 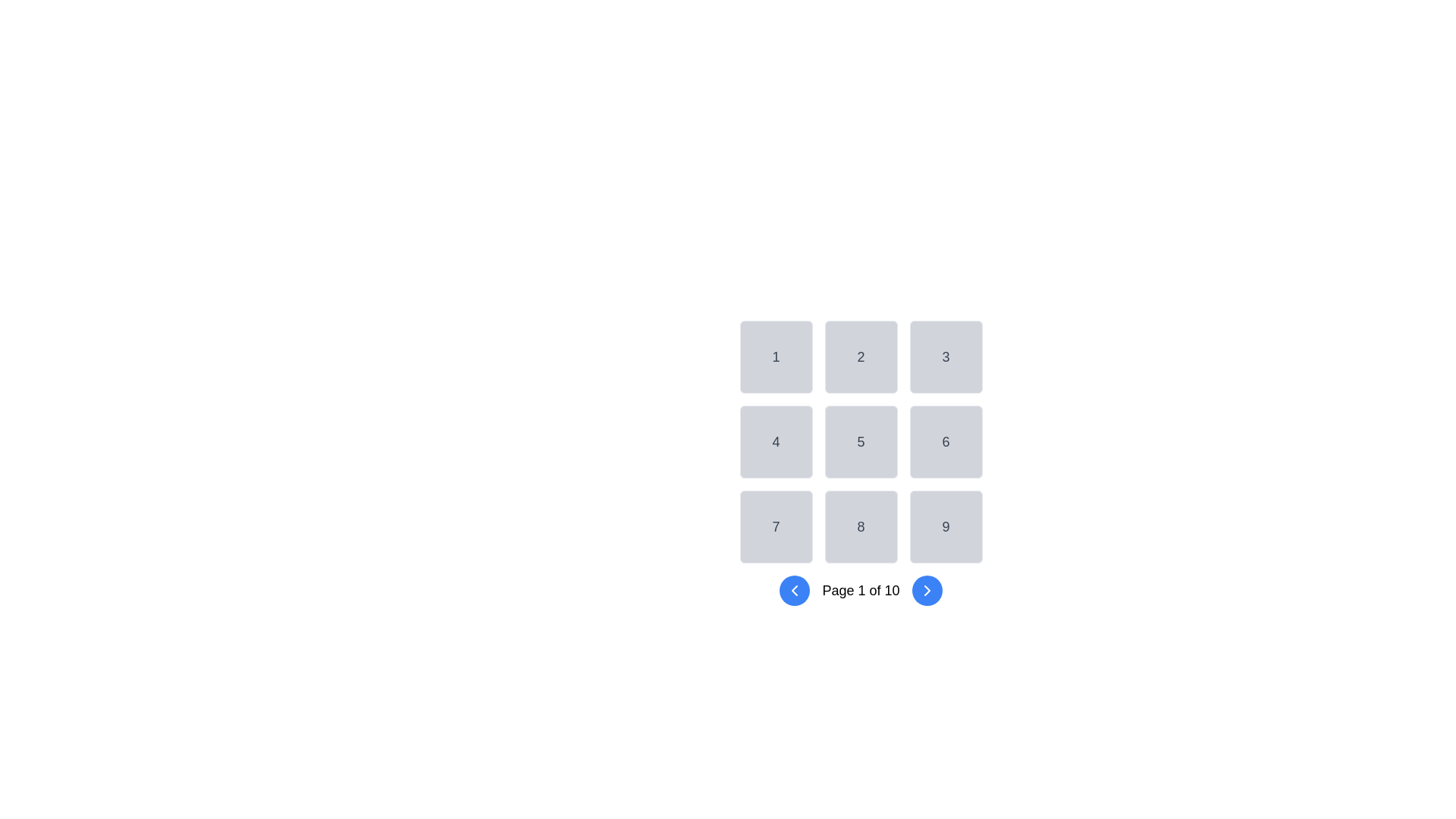 What do you see at coordinates (794, 590) in the screenshot?
I see `the circular blue button with a white left-pointing chevron icon located to the left of 'Page 1 of 10' in the pagination control group` at bounding box center [794, 590].